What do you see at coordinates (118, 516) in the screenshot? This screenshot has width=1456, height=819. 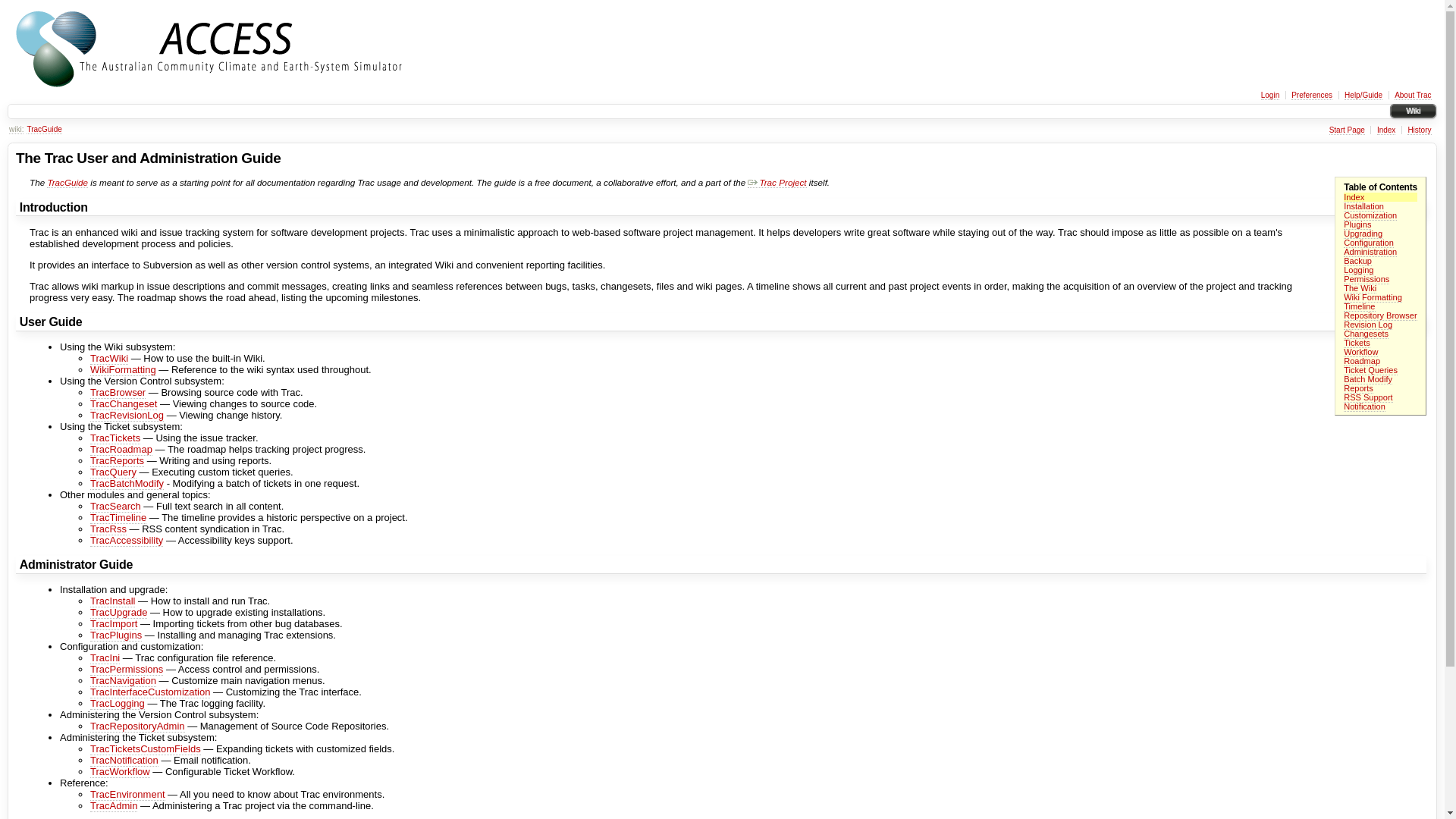 I see `'TracTimeline'` at bounding box center [118, 516].